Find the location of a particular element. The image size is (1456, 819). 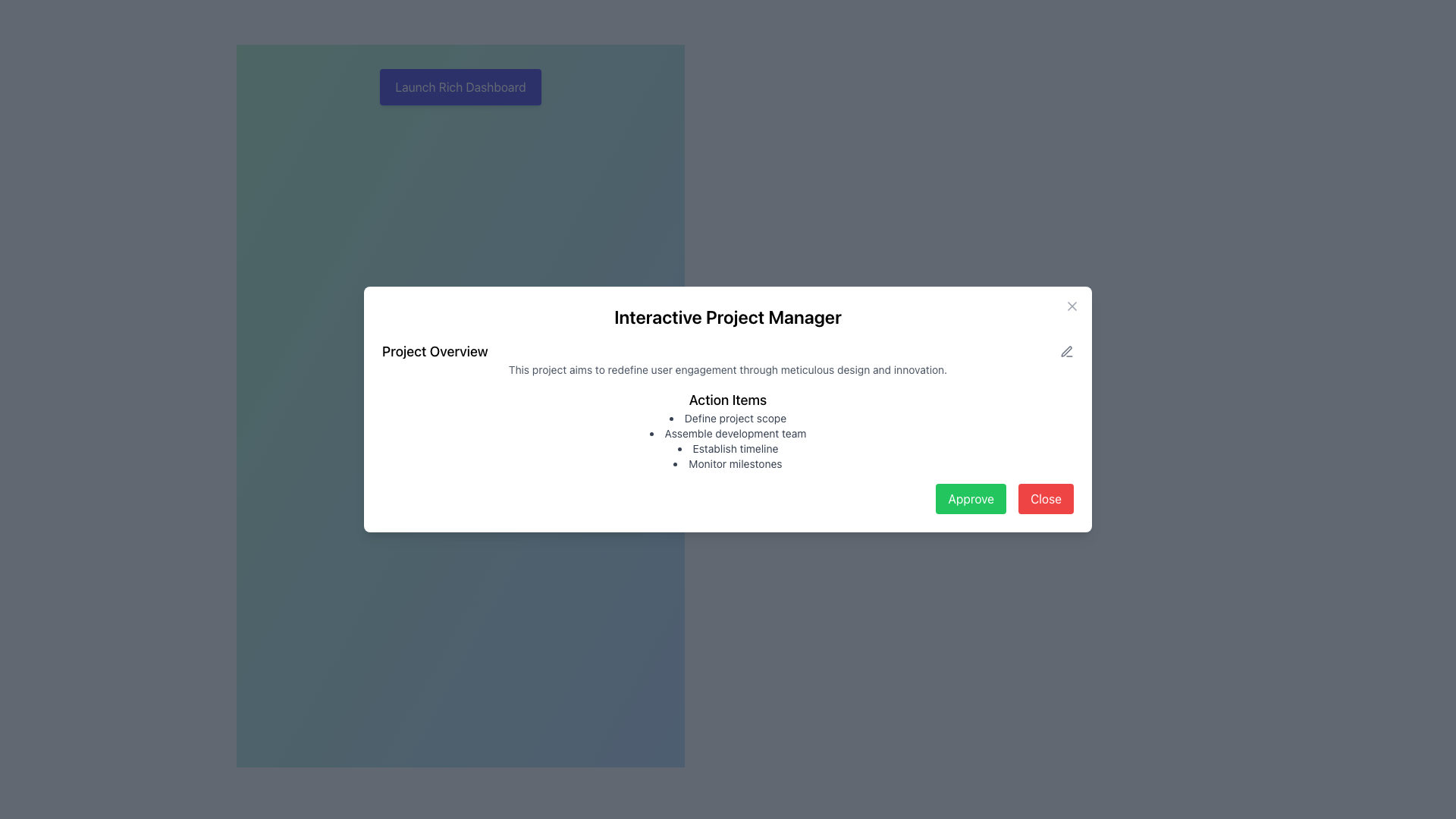

the text block that says 'Establish timeline', which is the third item in the bulleted list under 'Action Items' in the 'Interactive Project Manager' modal dialog box is located at coordinates (728, 447).